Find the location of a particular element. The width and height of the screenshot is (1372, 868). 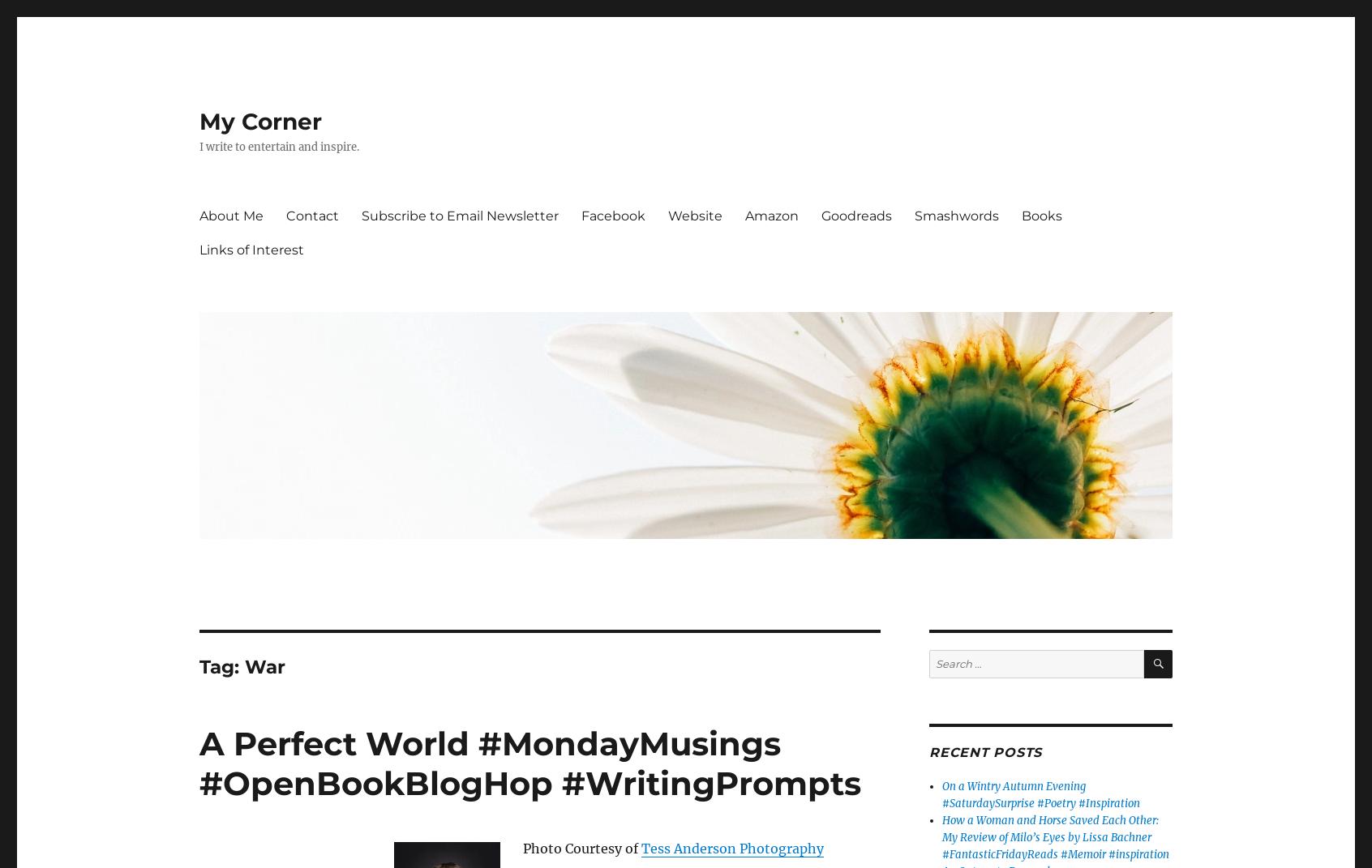

'Contact' is located at coordinates (312, 215).